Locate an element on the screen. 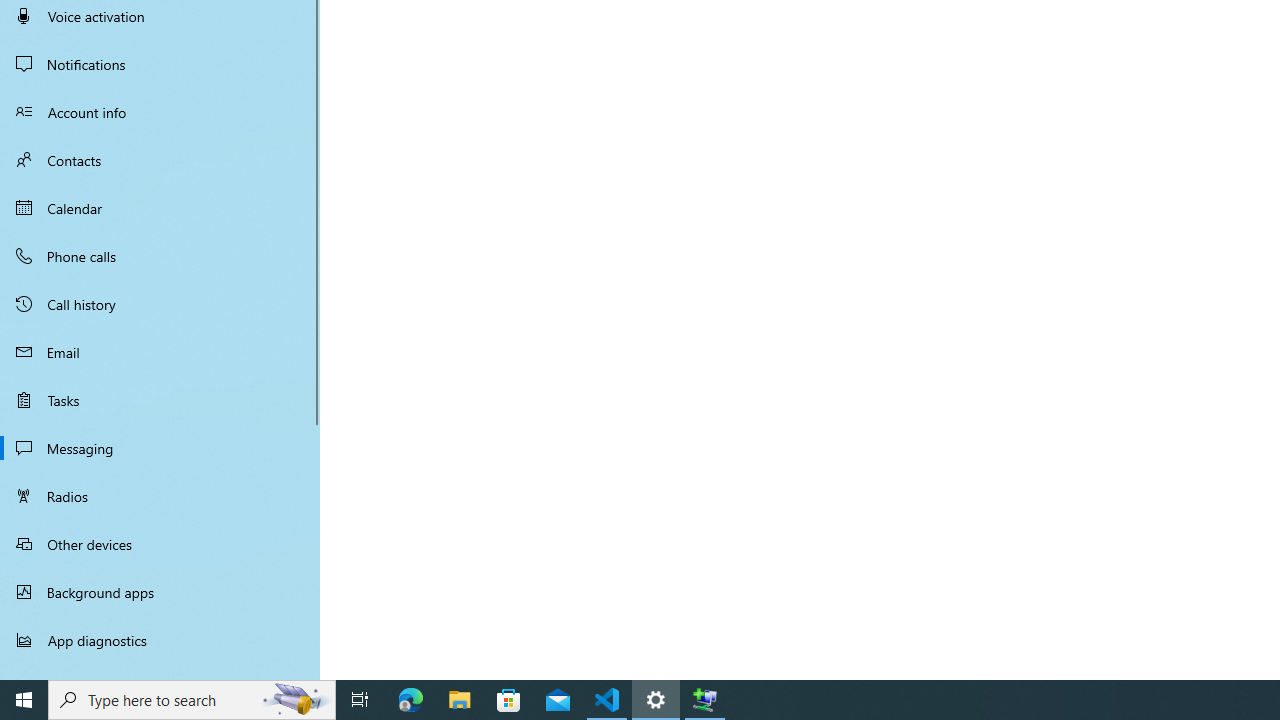  'Account info' is located at coordinates (160, 111).